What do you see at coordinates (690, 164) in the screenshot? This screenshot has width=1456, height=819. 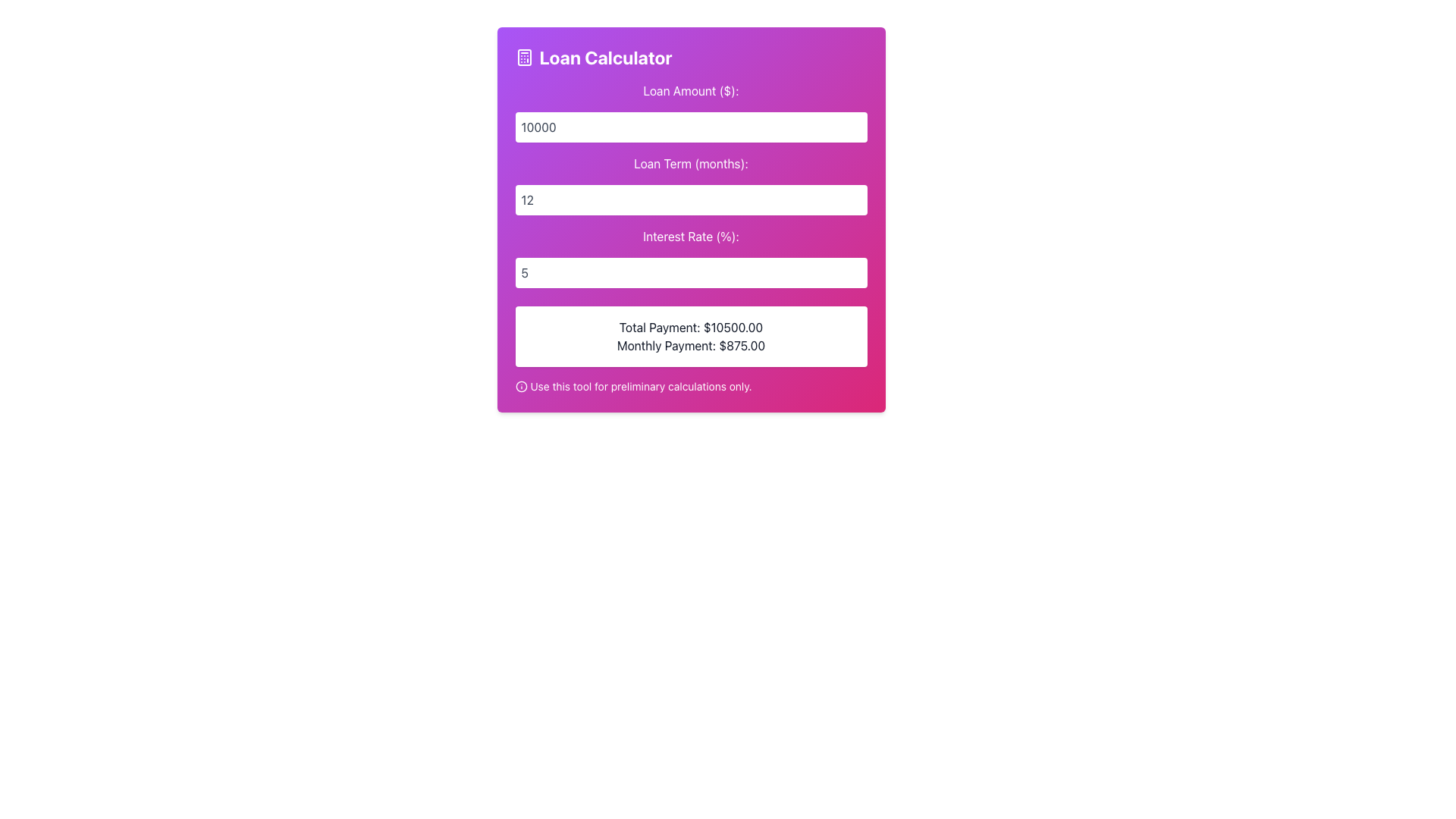 I see `the text label reading 'Loan Term (months):' which is styled with white text on a gradient purple background, located in the 'Loan Calculator' form, beneath 'Loan Amount ($):' and above 'Interest Rate (%):'` at bounding box center [690, 164].